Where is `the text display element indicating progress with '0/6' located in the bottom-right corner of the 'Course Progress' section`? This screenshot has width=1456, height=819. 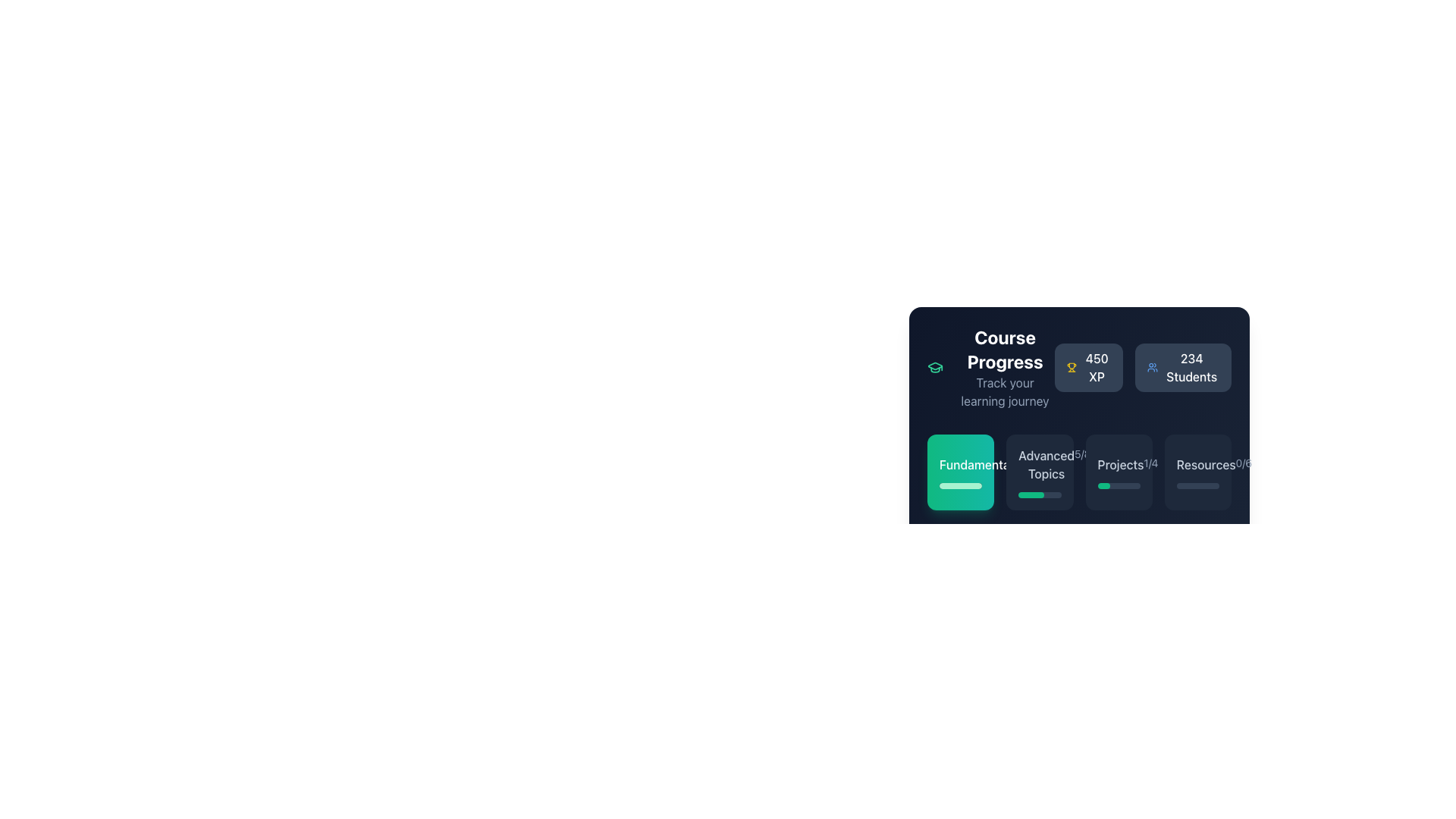
the text display element indicating progress with '0/6' located in the bottom-right corner of the 'Course Progress' section is located at coordinates (1197, 464).